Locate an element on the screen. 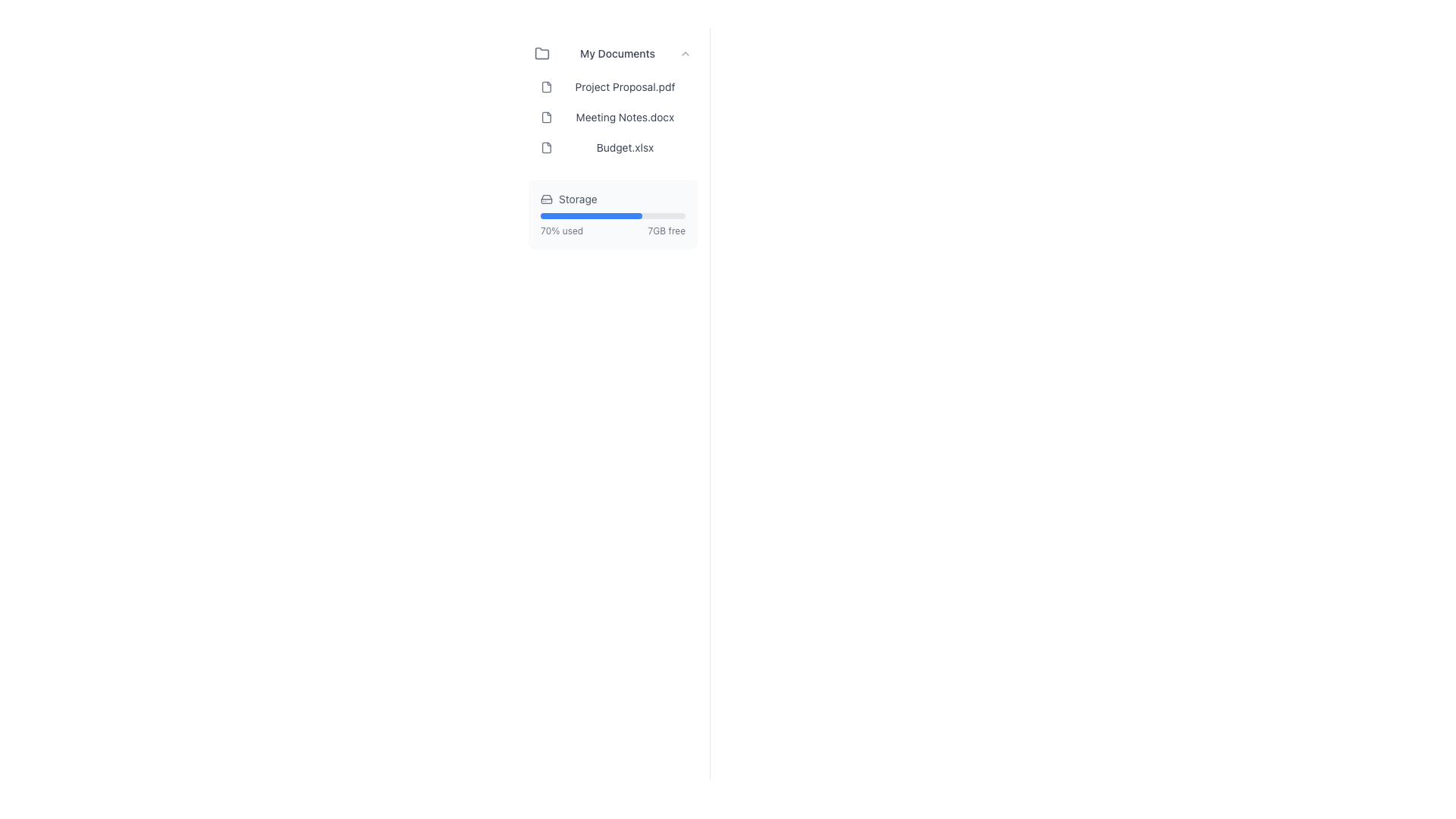  the blue segment of the progress bar that indicates 70% storage usage in the 'Storage' section of the interface is located at coordinates (590, 216).